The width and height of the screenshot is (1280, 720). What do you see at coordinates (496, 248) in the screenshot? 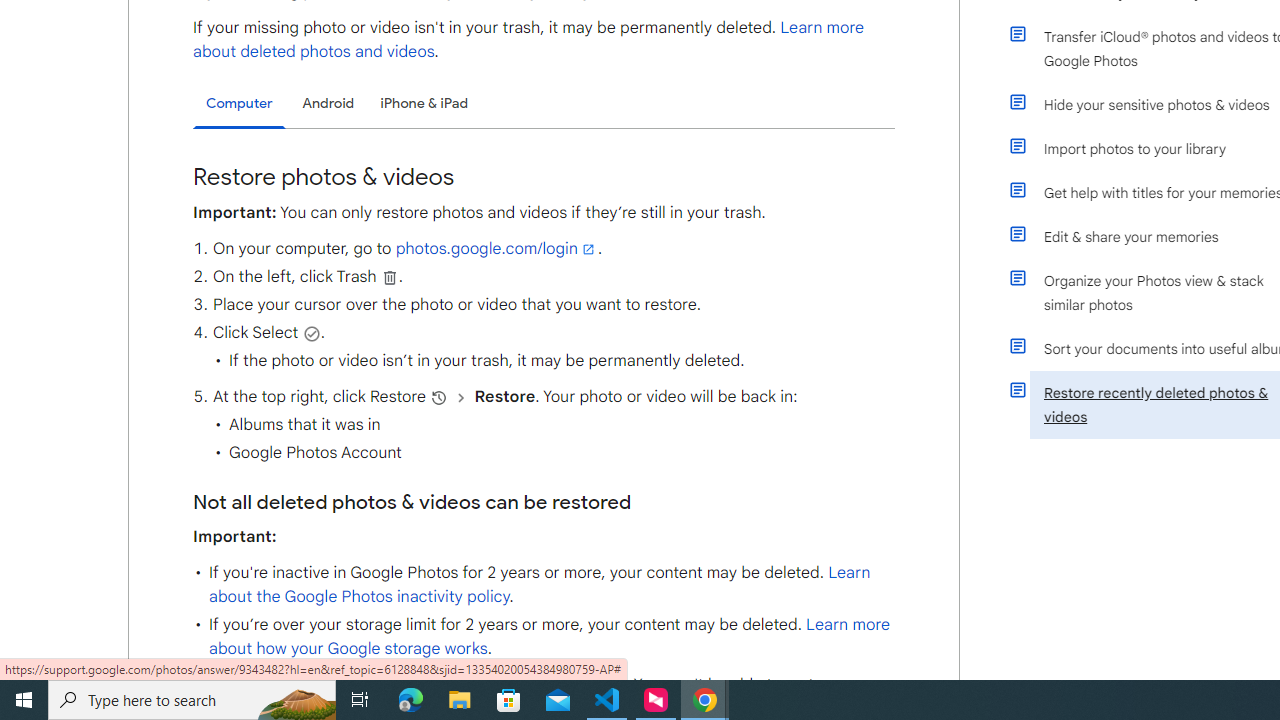
I see `'photos.google.com/login'` at bounding box center [496, 248].